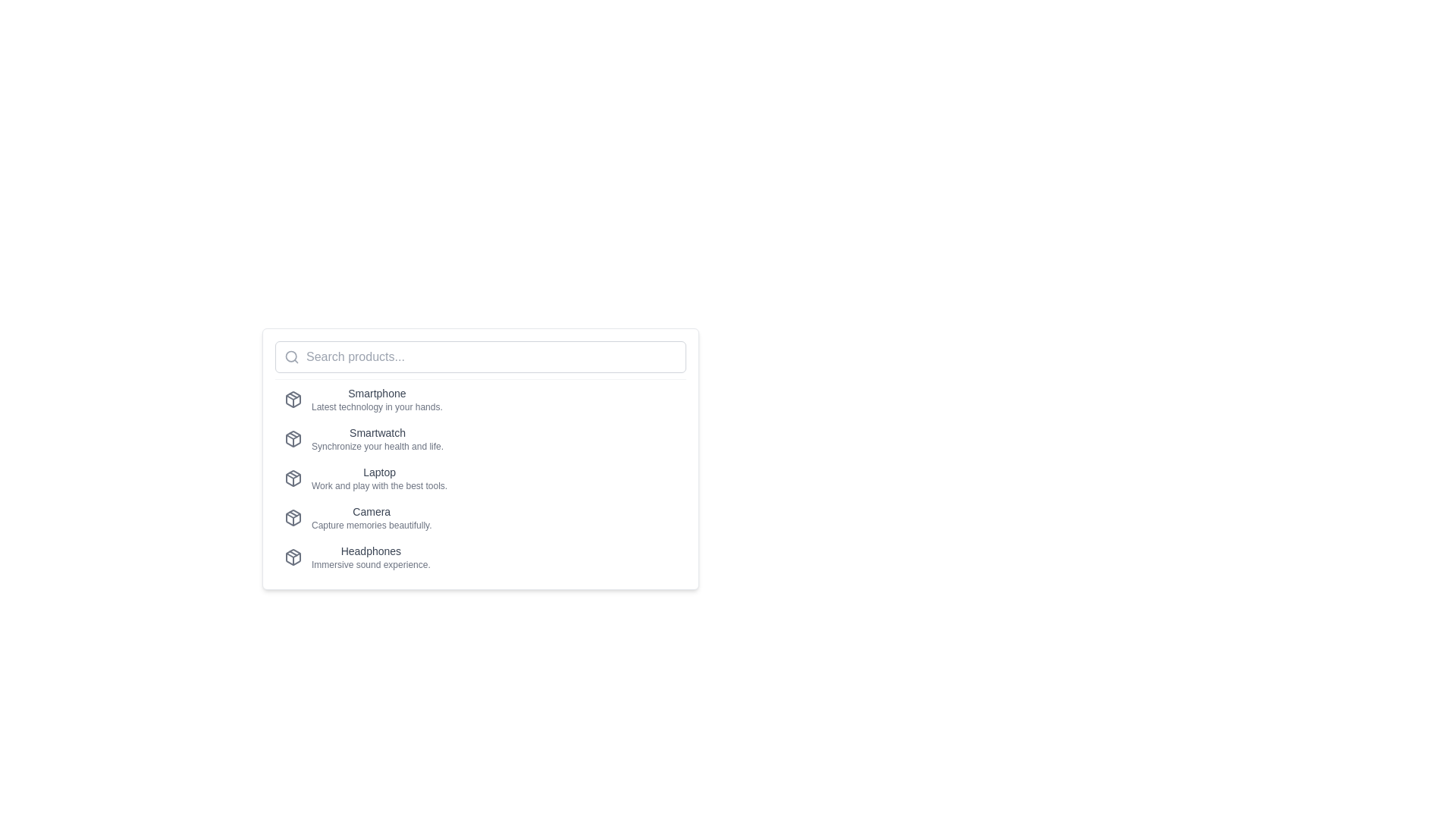  What do you see at coordinates (372, 525) in the screenshot?
I see `the text caption that says 'Capture memories beautifully.', which is styled with a small, gray font and located directly below the 'Camera' heading` at bounding box center [372, 525].